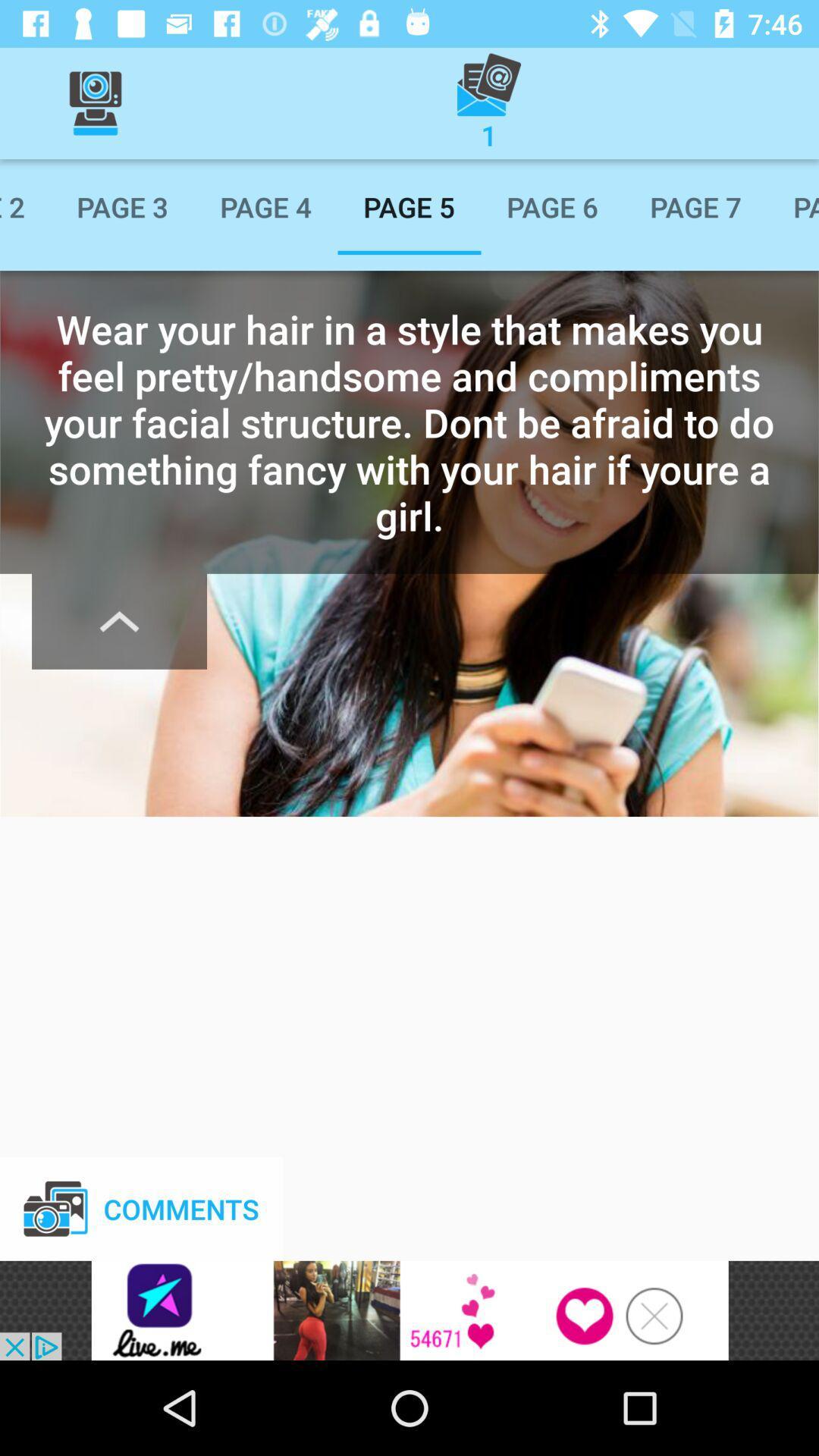  Describe the element at coordinates (118, 622) in the screenshot. I see `icon which is above the comments` at that location.